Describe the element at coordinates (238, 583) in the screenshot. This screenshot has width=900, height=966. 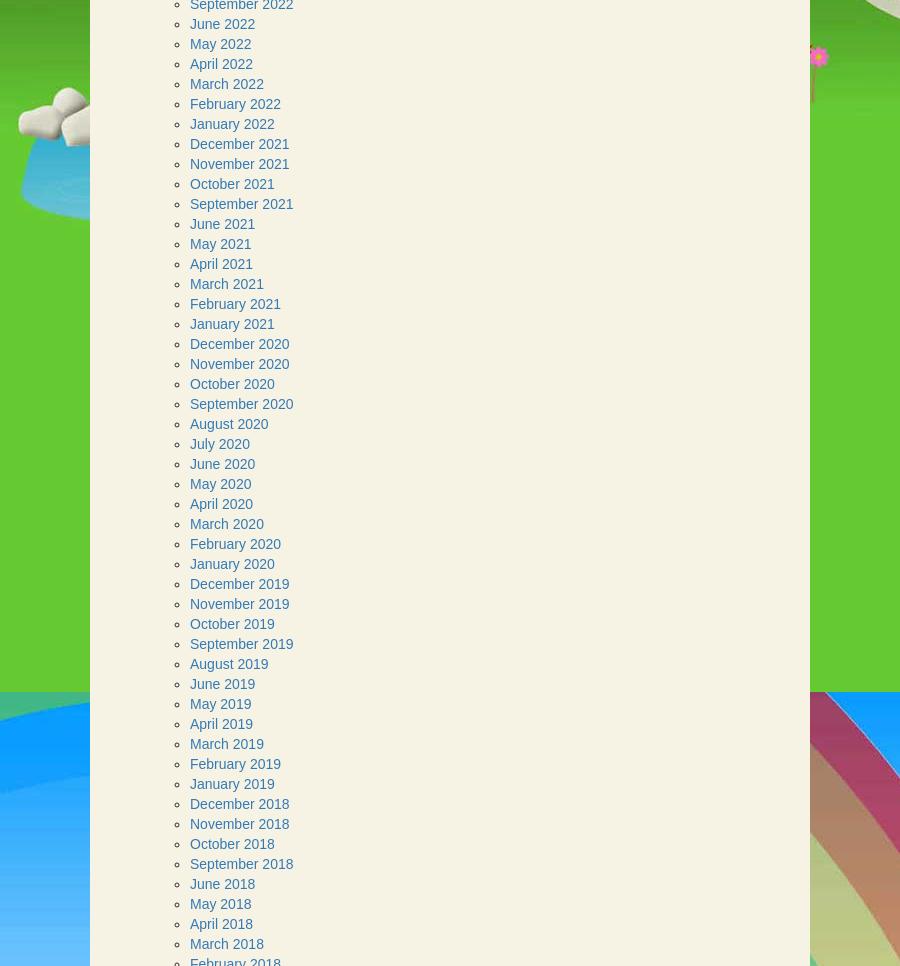
I see `'December 2019'` at that location.